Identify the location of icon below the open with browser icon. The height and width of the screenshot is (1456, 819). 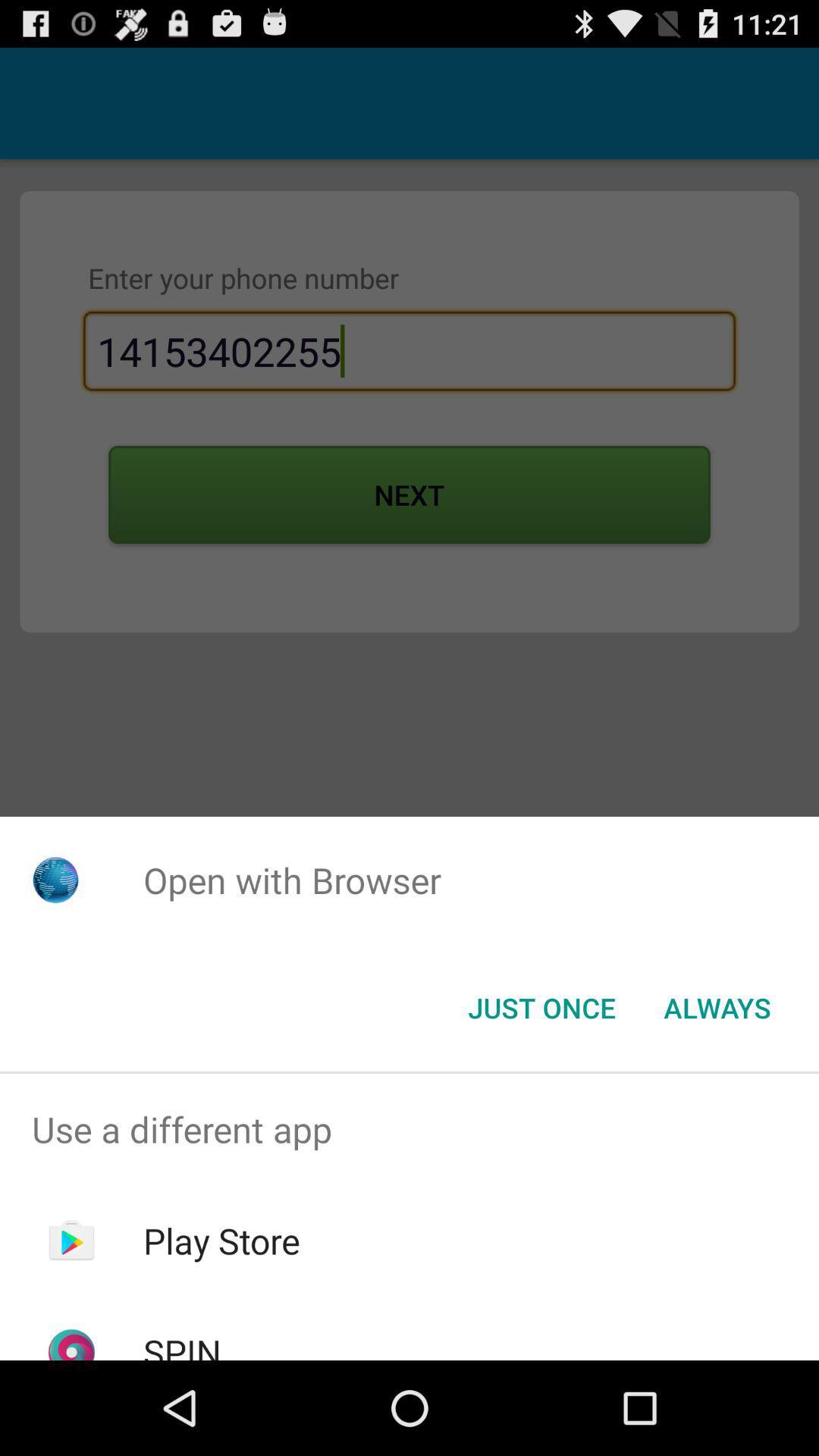
(541, 1008).